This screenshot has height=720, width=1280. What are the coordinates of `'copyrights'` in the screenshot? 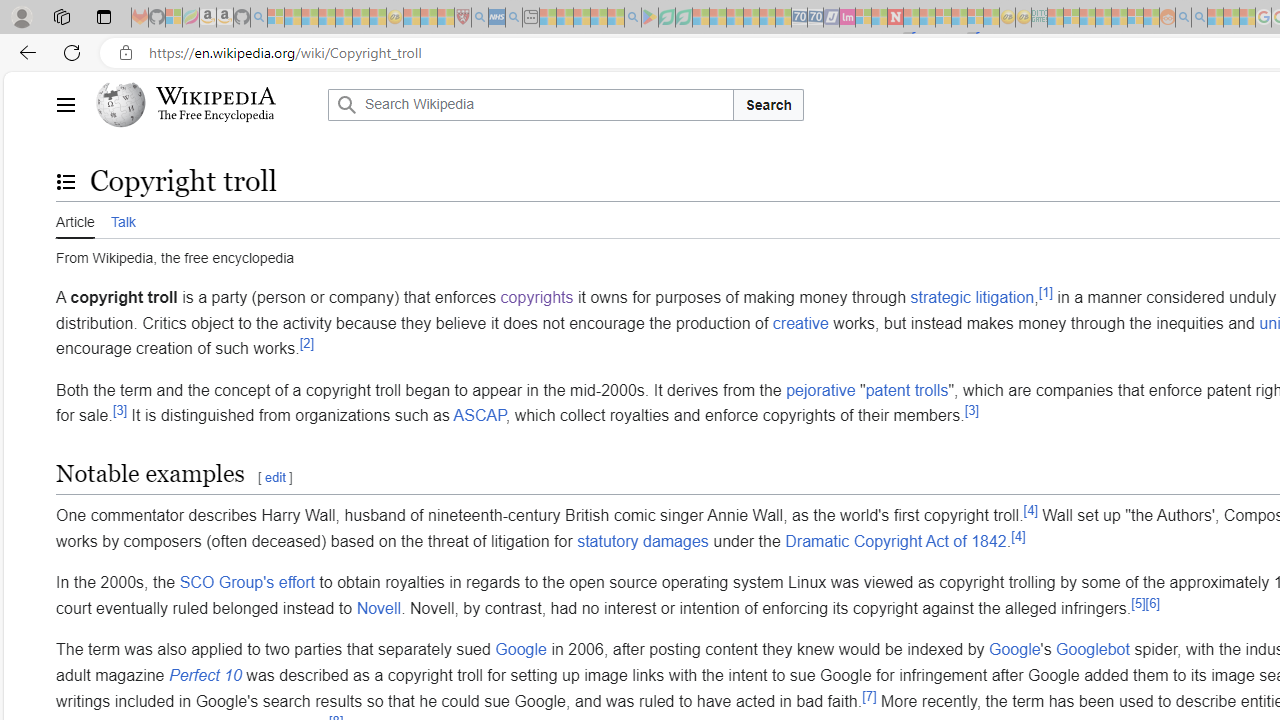 It's located at (536, 297).